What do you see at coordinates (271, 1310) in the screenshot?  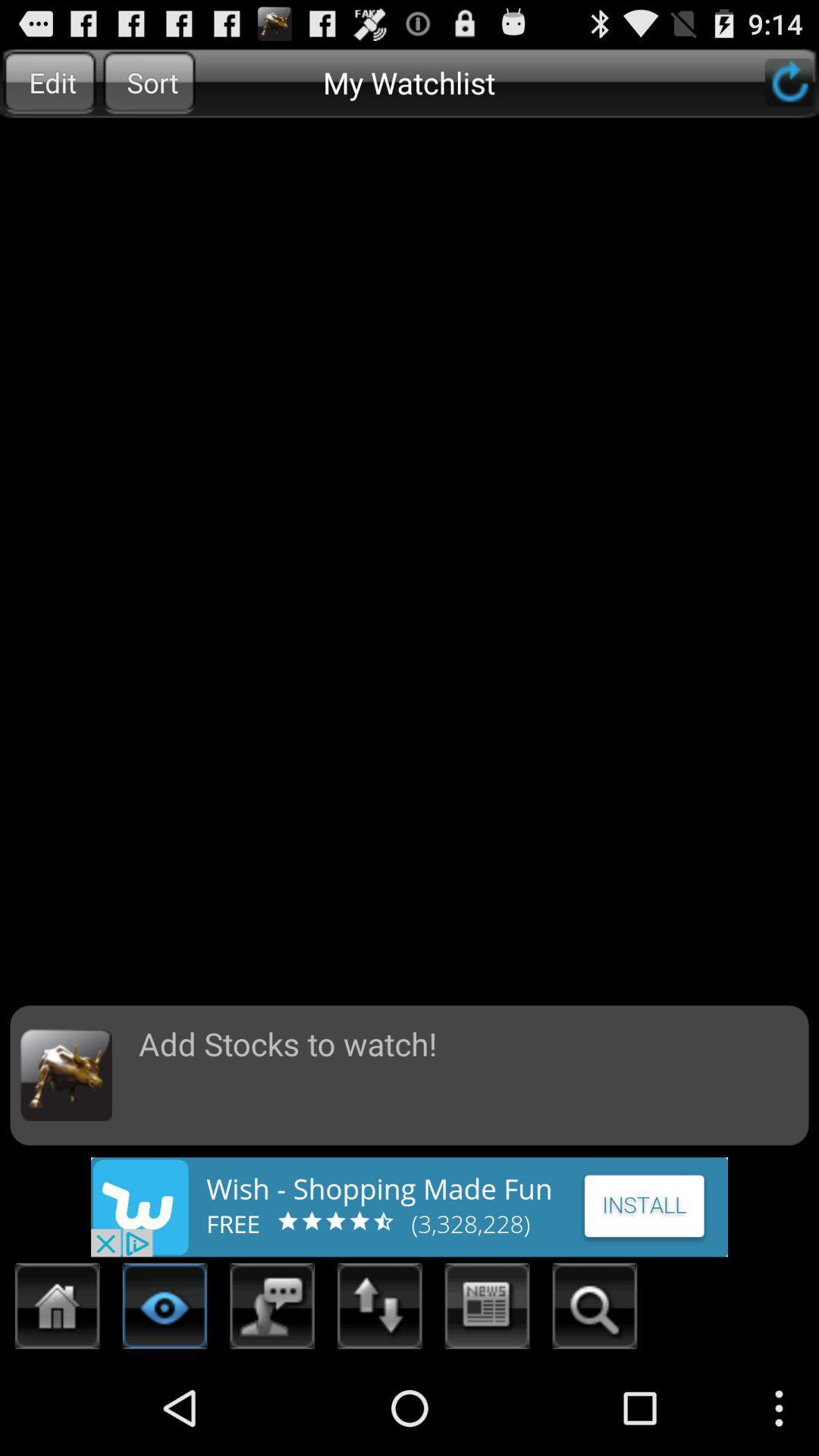 I see `comment` at bounding box center [271, 1310].